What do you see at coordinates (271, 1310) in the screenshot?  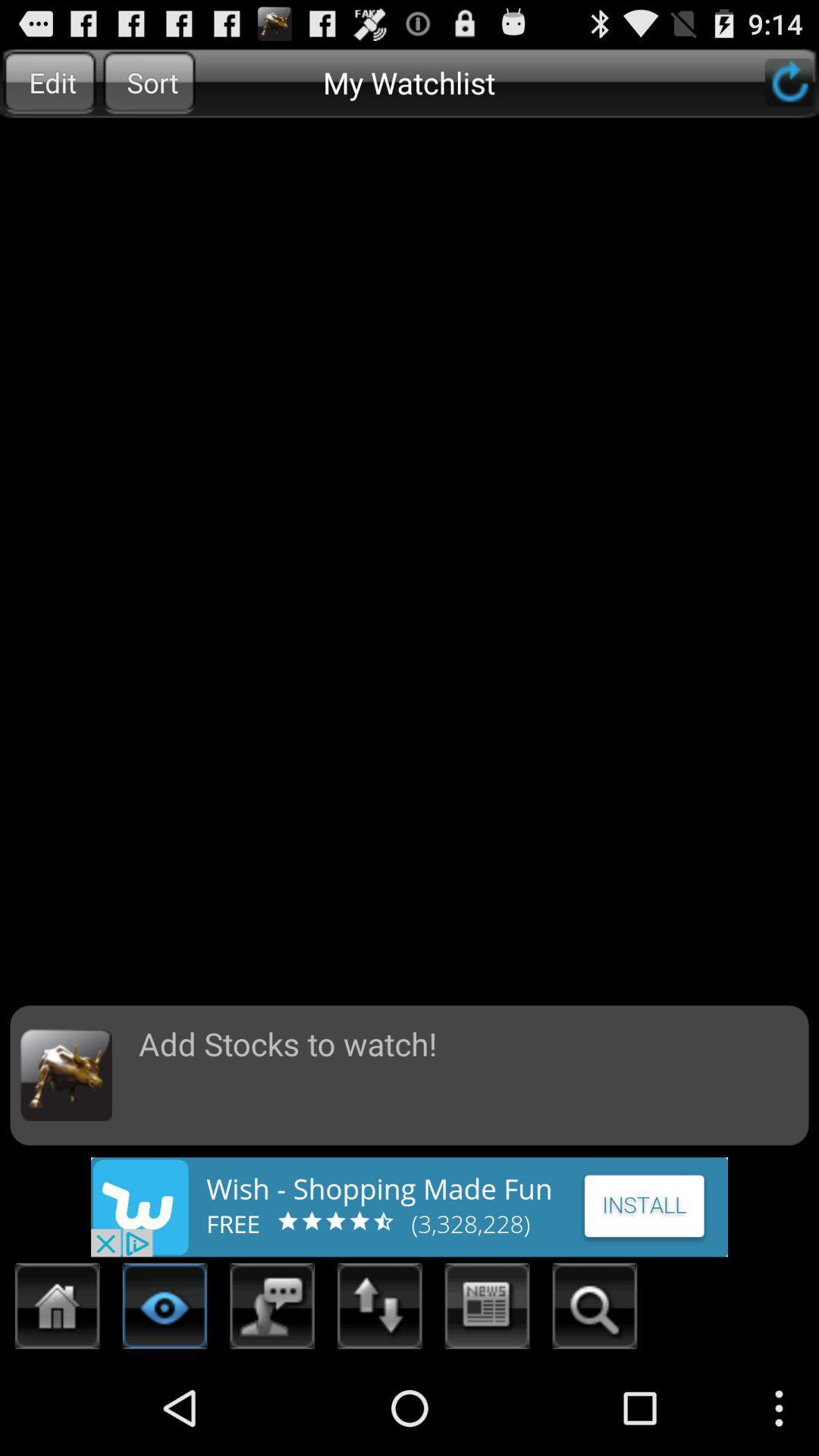 I see `comment` at bounding box center [271, 1310].